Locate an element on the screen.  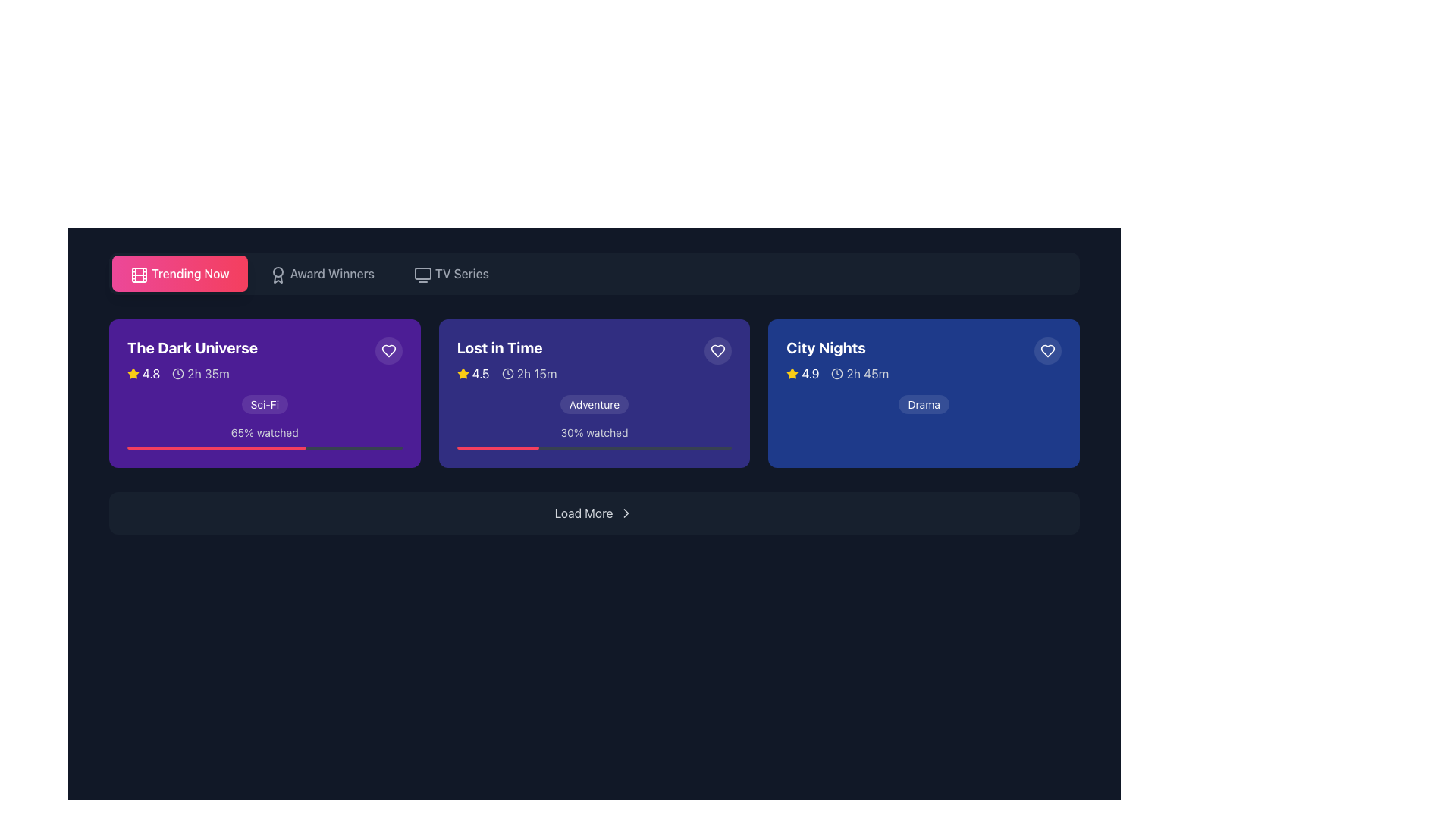
the bold textual title 'The Dark Universe' displayed in white color and large font at the top of a purple card is located at coordinates (192, 348).